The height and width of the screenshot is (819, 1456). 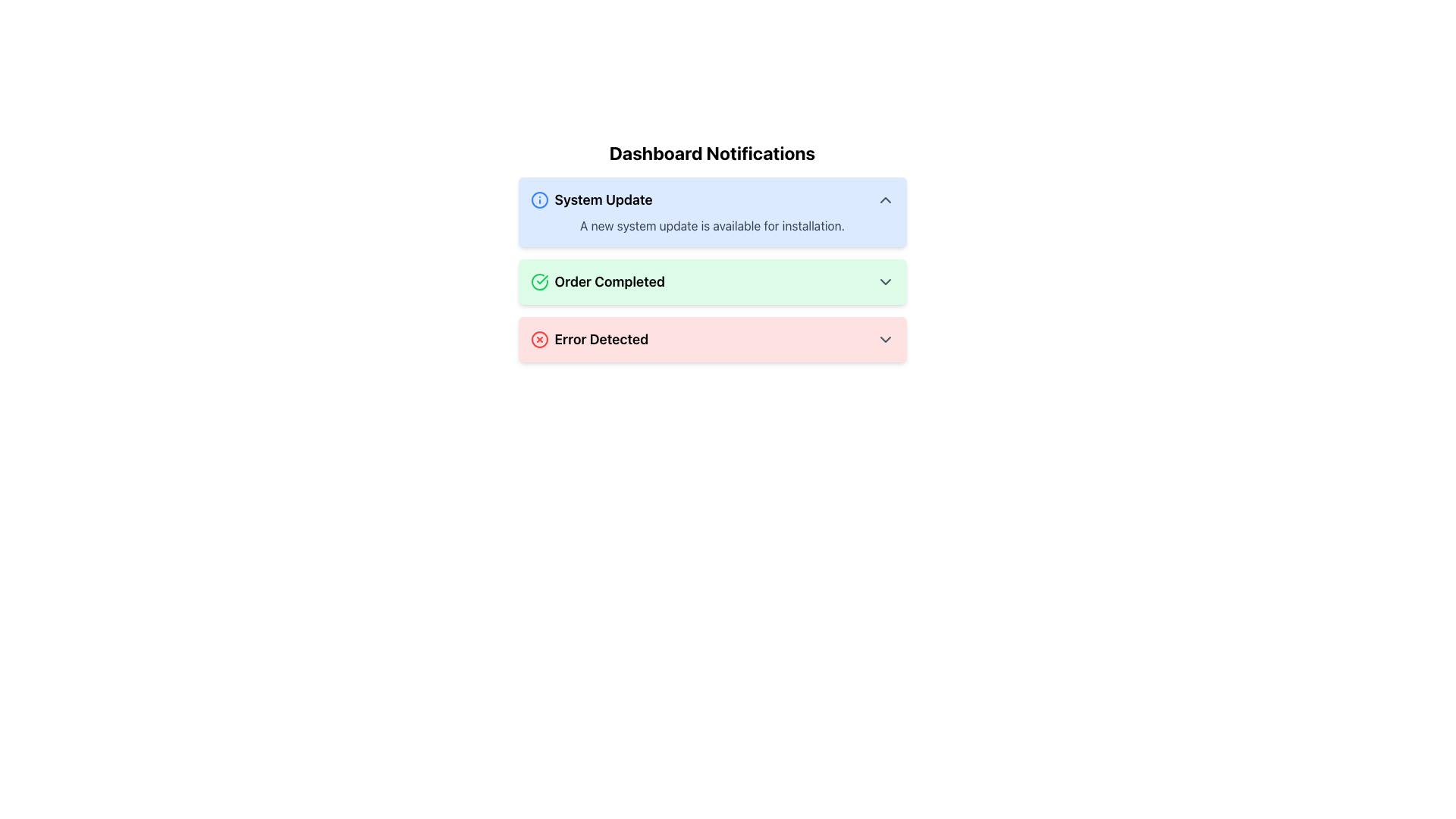 I want to click on the small circular blue icon with a white interior that resembles an information symbol, located to the left of the 'System Update' text, so click(x=539, y=199).